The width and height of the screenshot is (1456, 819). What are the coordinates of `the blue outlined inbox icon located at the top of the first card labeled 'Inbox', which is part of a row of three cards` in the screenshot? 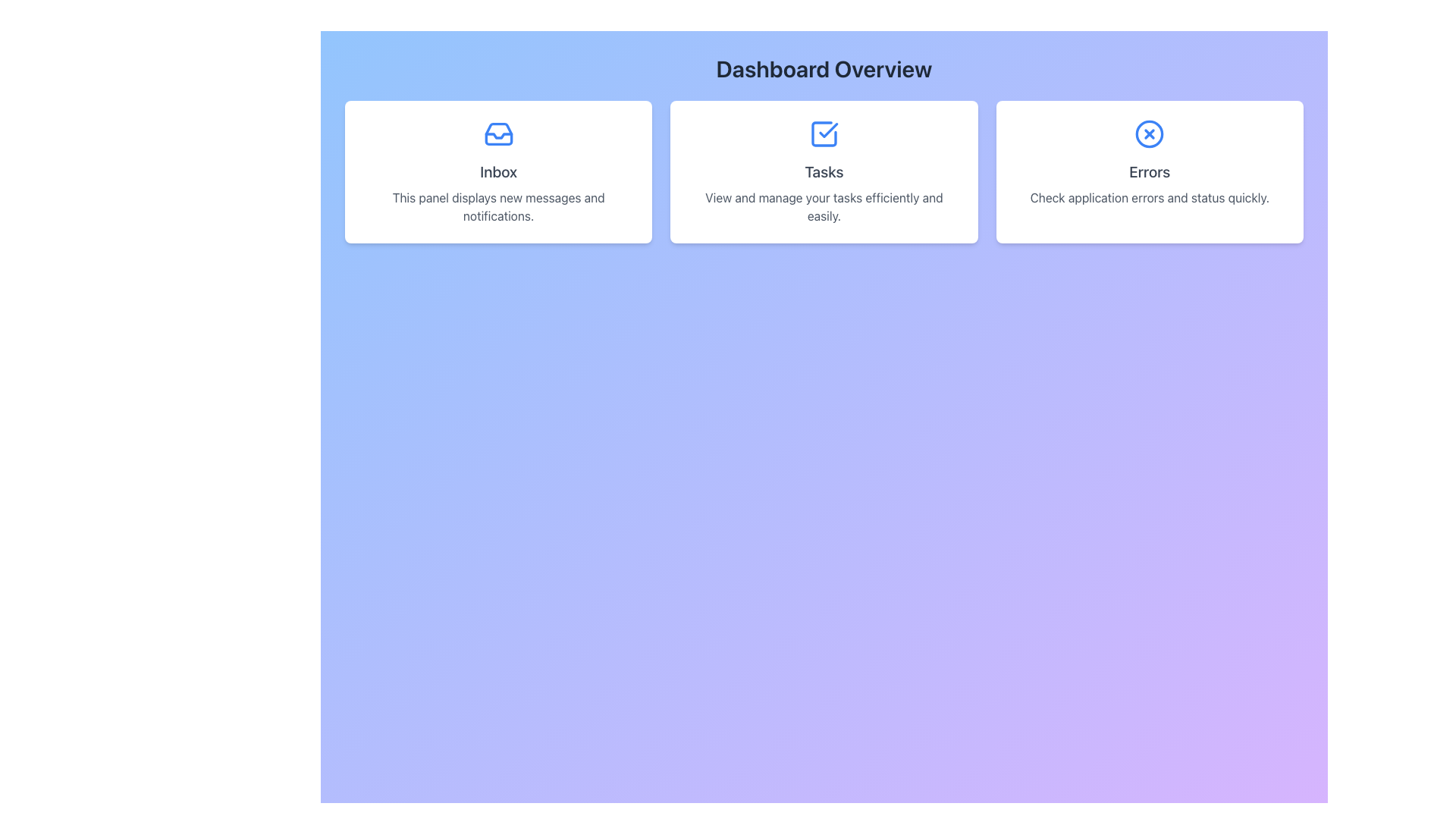 It's located at (498, 133).